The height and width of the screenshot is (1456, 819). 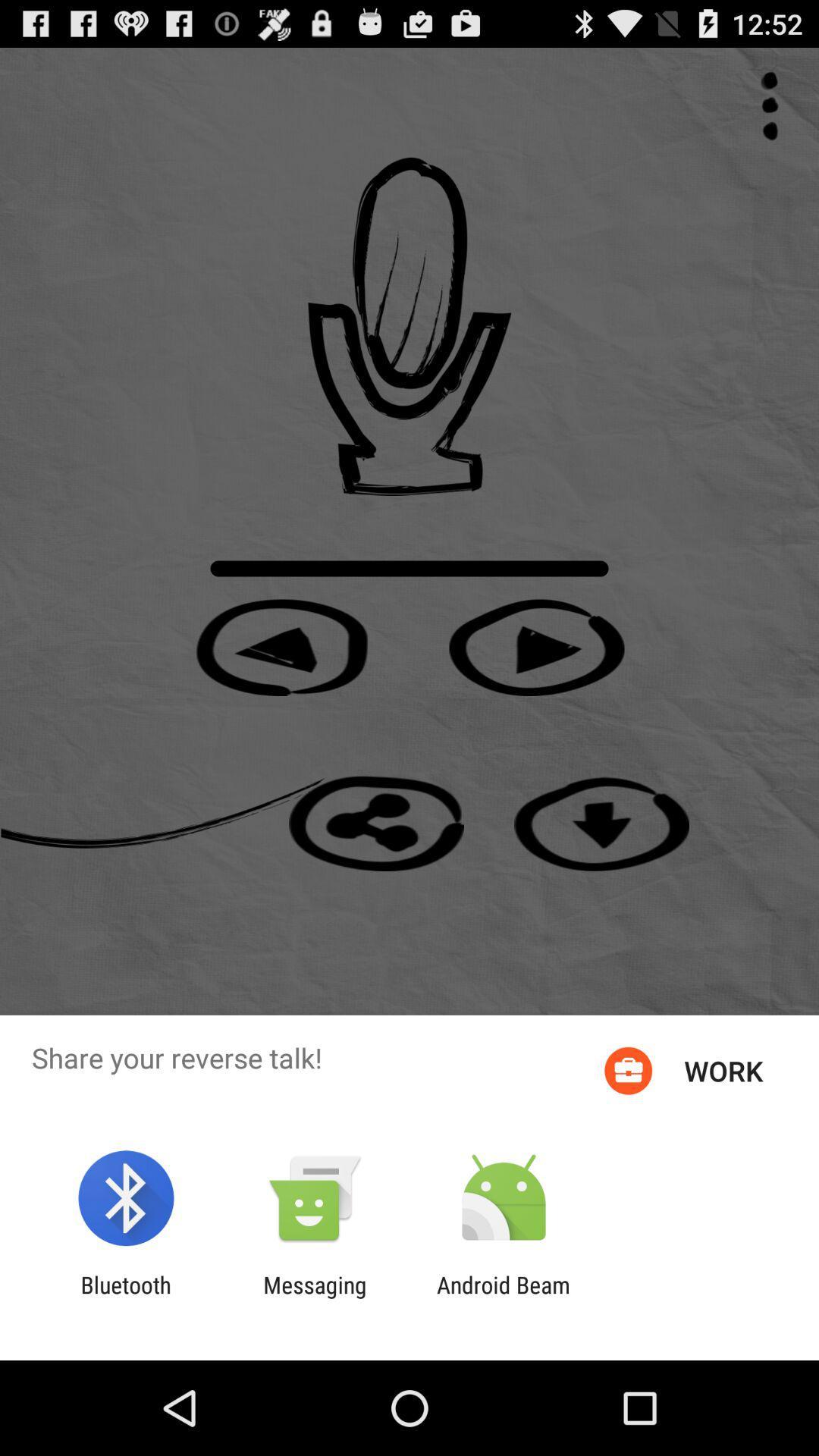 I want to click on the messaging, so click(x=314, y=1298).